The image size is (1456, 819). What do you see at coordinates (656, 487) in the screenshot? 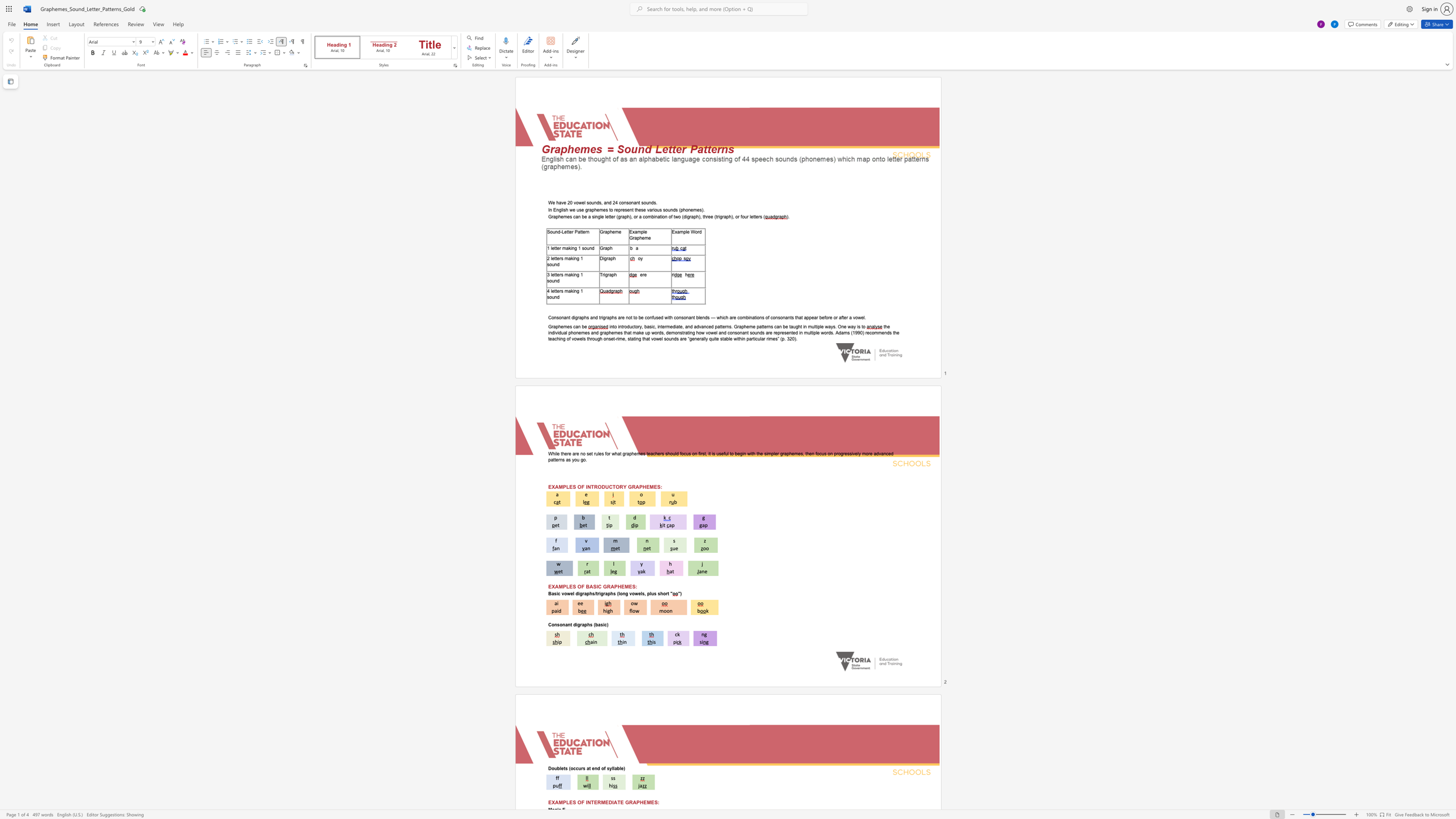
I see `the subset text "S:" within the text "EXAMPLES OF INTRODUCTORY GRAPHEMES:"` at bounding box center [656, 487].